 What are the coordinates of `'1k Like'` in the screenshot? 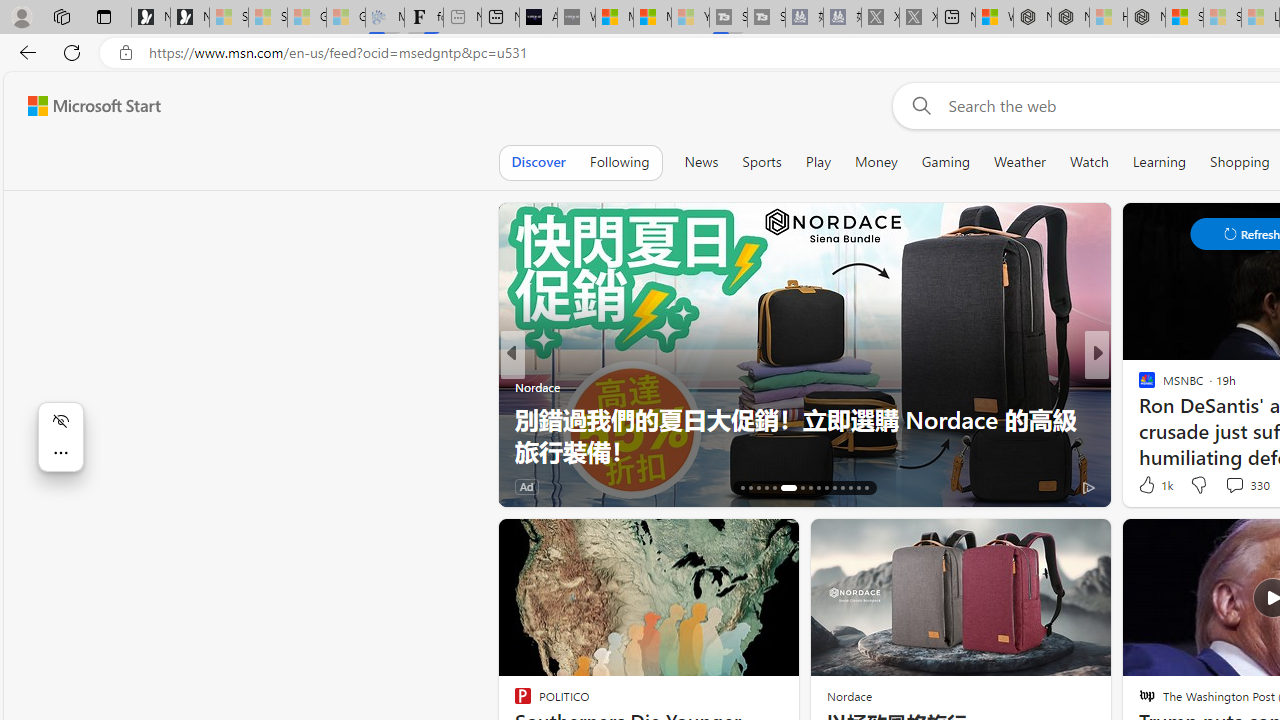 It's located at (1154, 484).